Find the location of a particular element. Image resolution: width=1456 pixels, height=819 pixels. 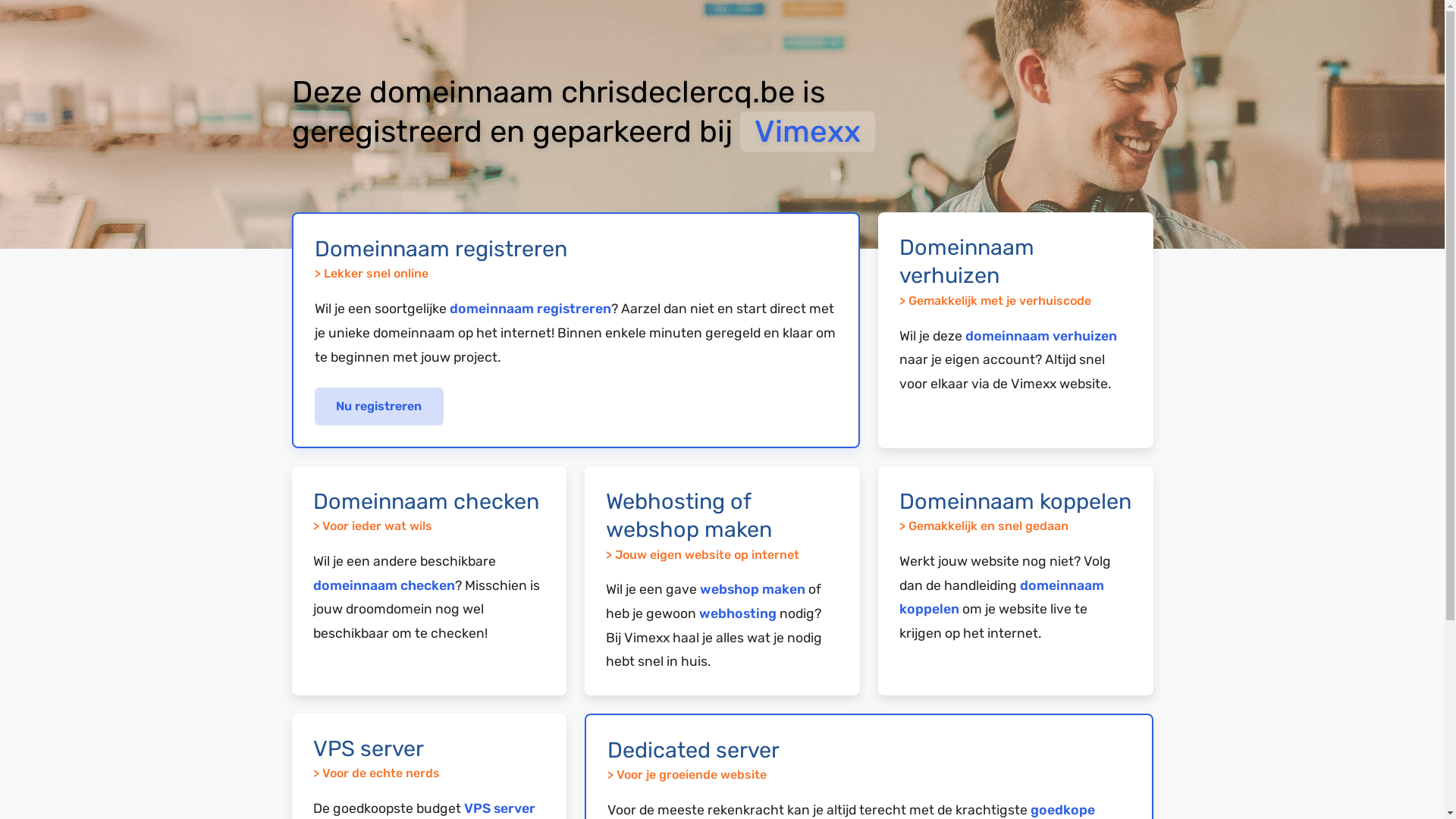

'Nu registreren' is located at coordinates (312, 406).